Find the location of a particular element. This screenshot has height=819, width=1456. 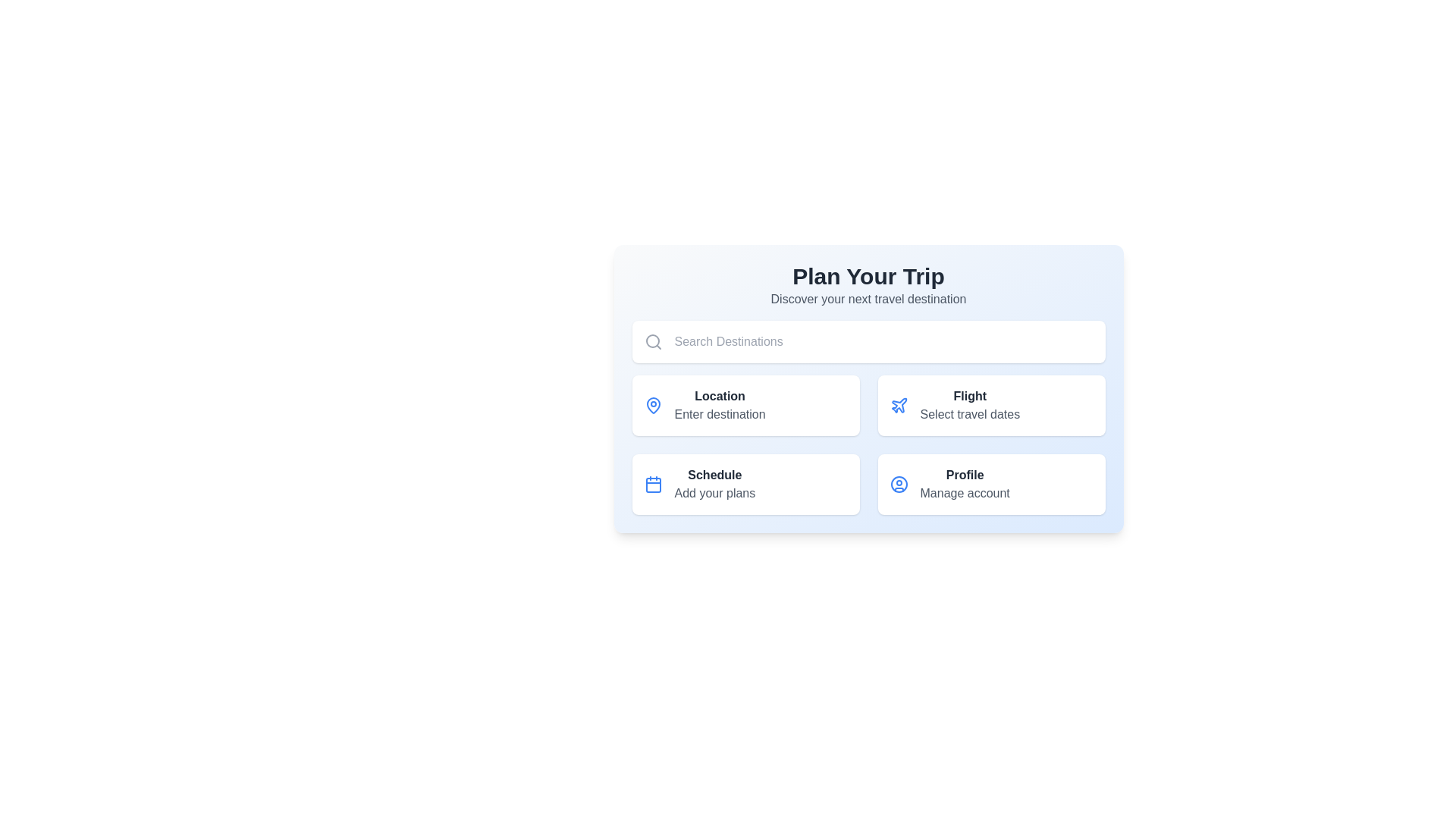

the Text label located under the 'Profile' section, which serves as a descriptor or guidance for the user is located at coordinates (964, 494).